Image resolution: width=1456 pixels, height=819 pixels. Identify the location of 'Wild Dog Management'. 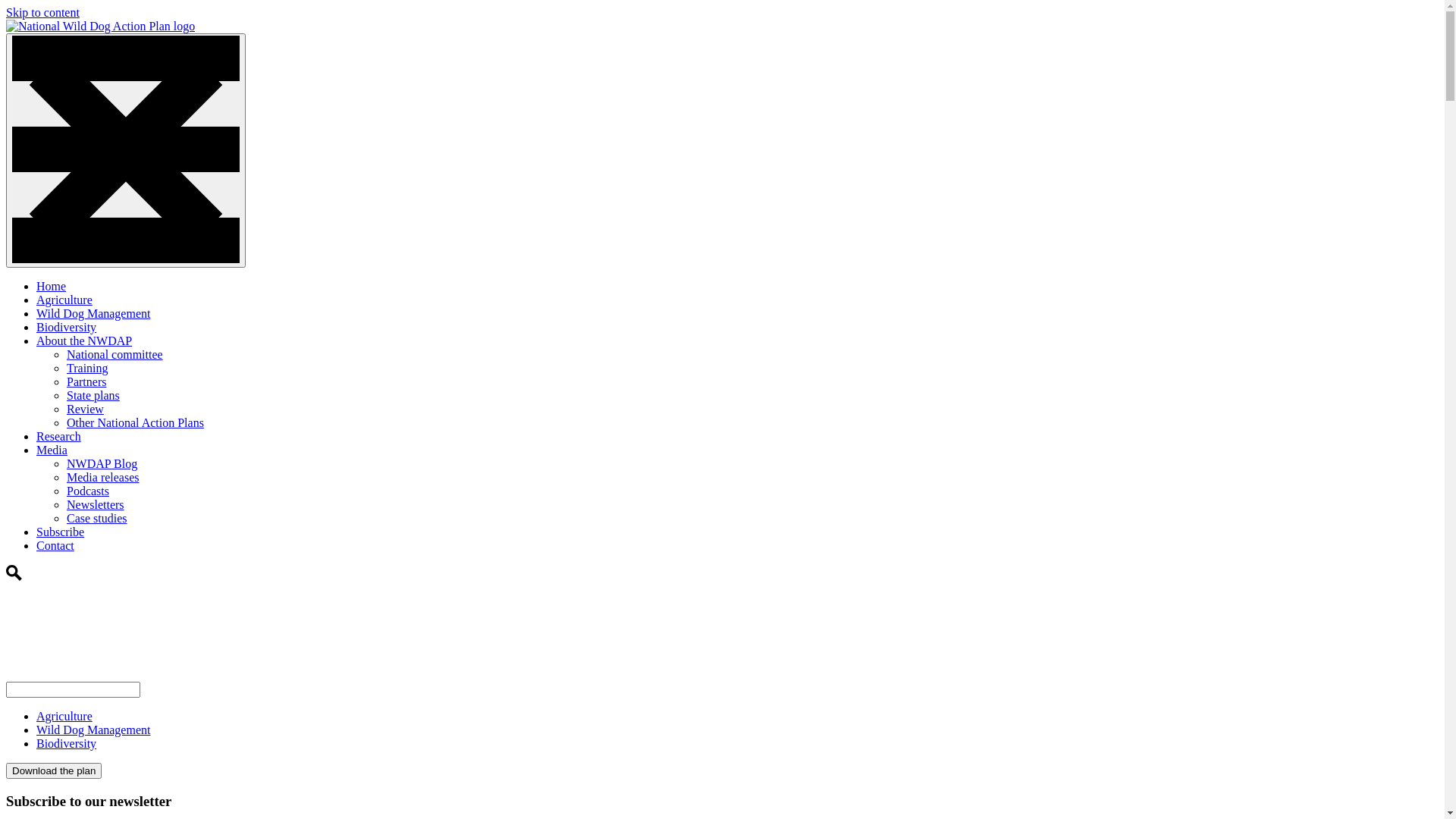
(93, 729).